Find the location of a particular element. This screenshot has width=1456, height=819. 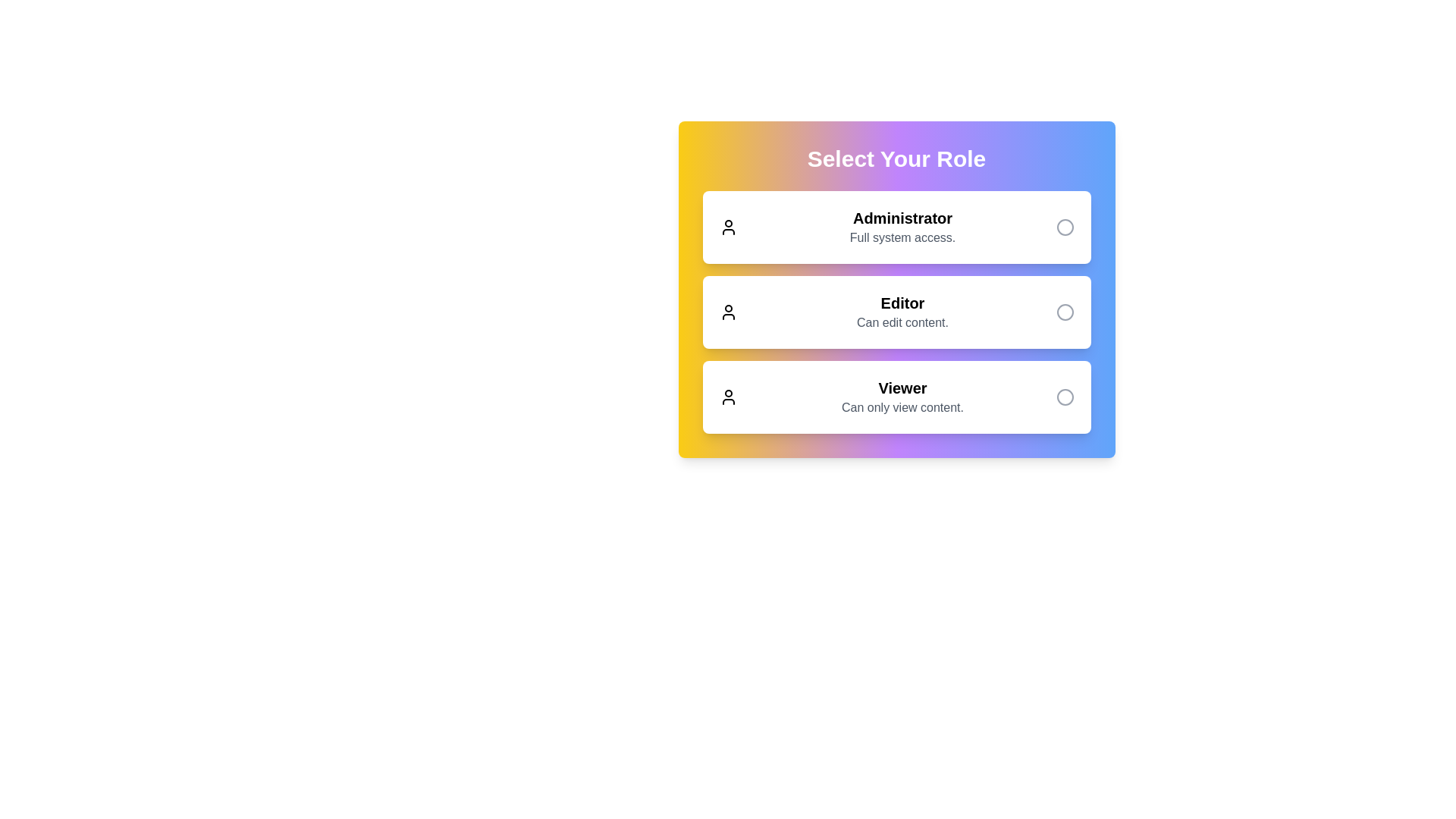

the Viewer role descriptor text label to read more details about the Viewer option in the role selection interface is located at coordinates (902, 397).